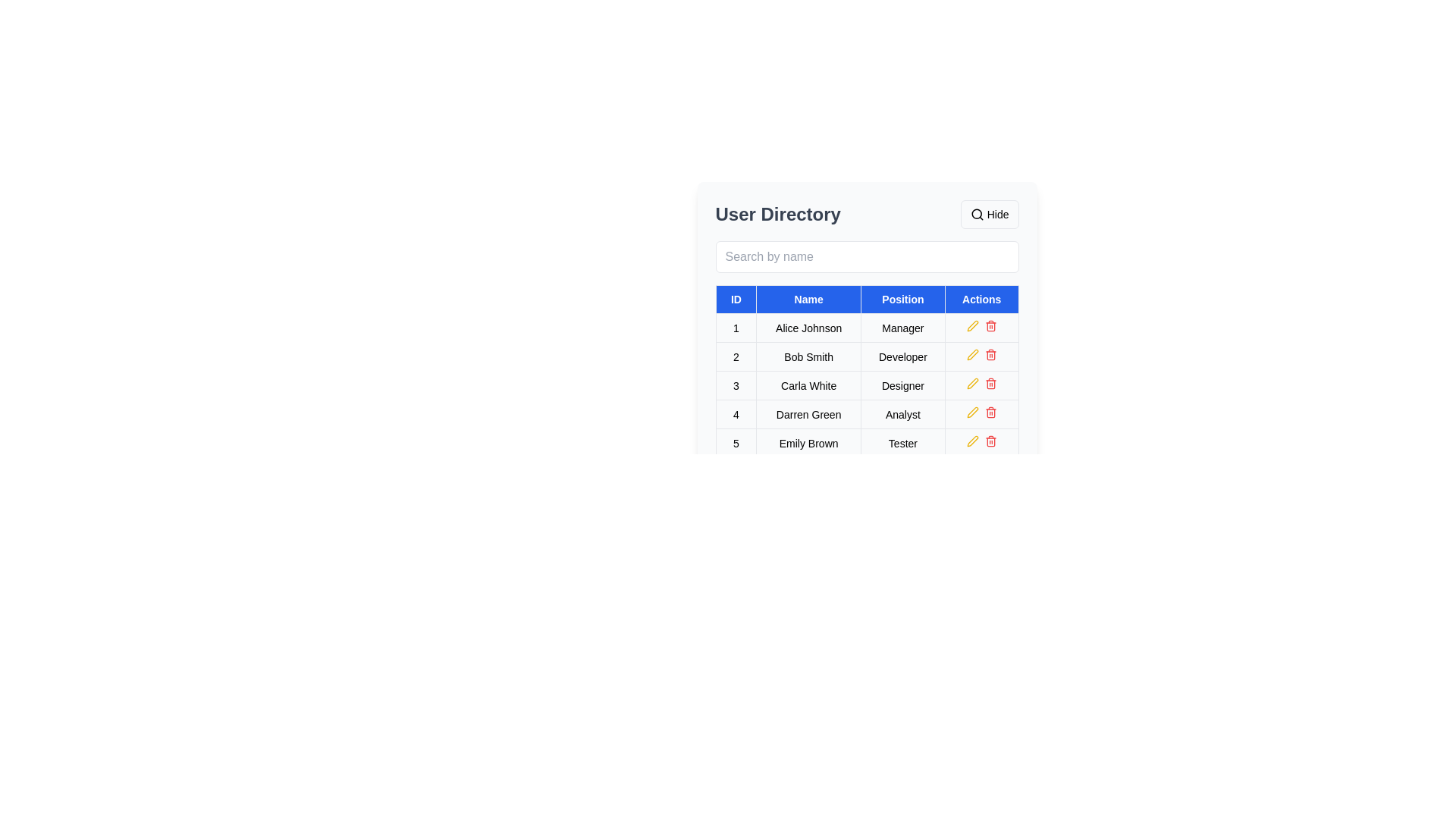  I want to click on the table cell displaying the ID number '3', located in the first column of the table, aligned with 'Carla White' and 'Designer' in the third row, so click(736, 384).